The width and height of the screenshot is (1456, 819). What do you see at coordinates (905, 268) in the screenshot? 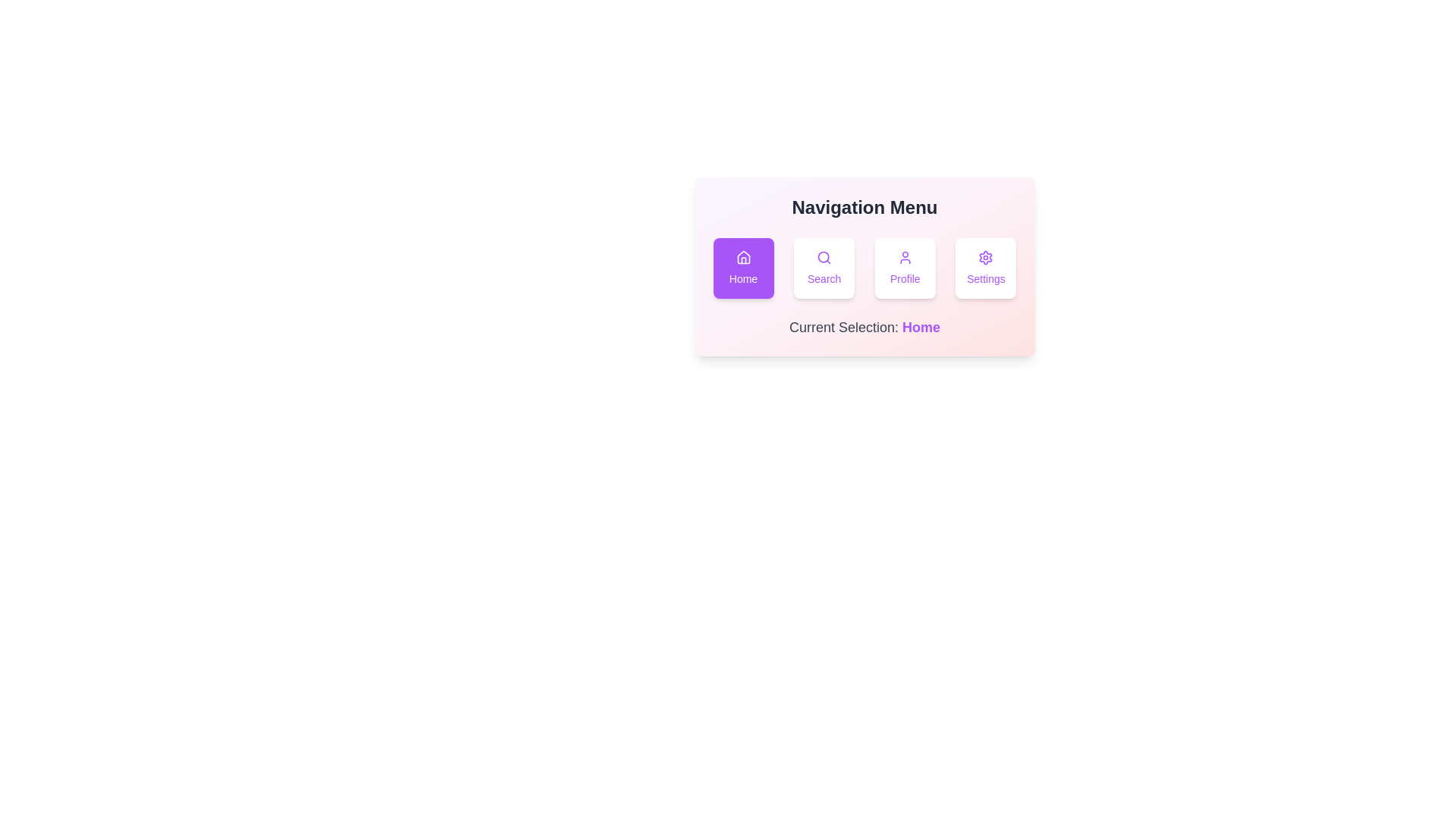
I see `the Profile button to change the selection` at bounding box center [905, 268].